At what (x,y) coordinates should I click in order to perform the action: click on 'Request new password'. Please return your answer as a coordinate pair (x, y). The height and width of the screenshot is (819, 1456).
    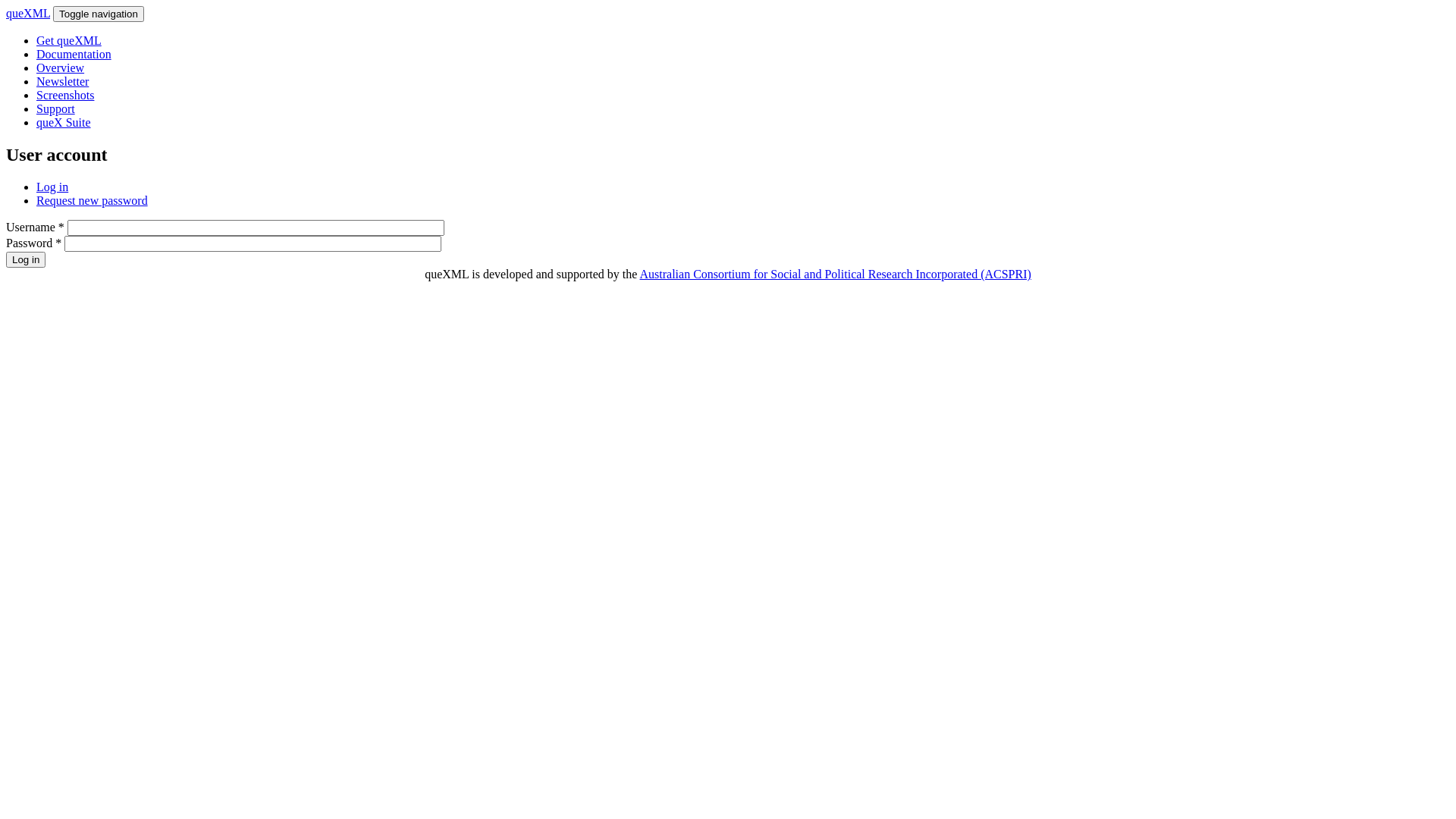
    Looking at the image, I should click on (36, 199).